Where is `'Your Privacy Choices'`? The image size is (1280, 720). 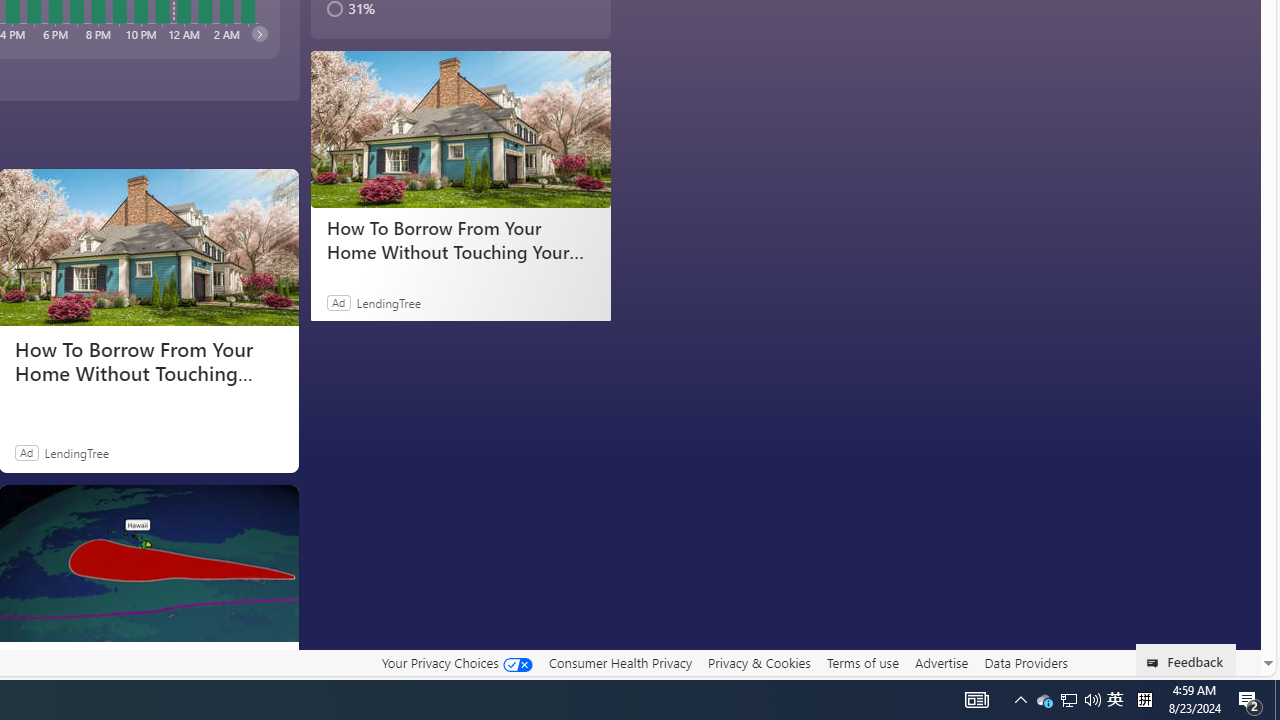 'Your Privacy Choices' is located at coordinates (455, 662).